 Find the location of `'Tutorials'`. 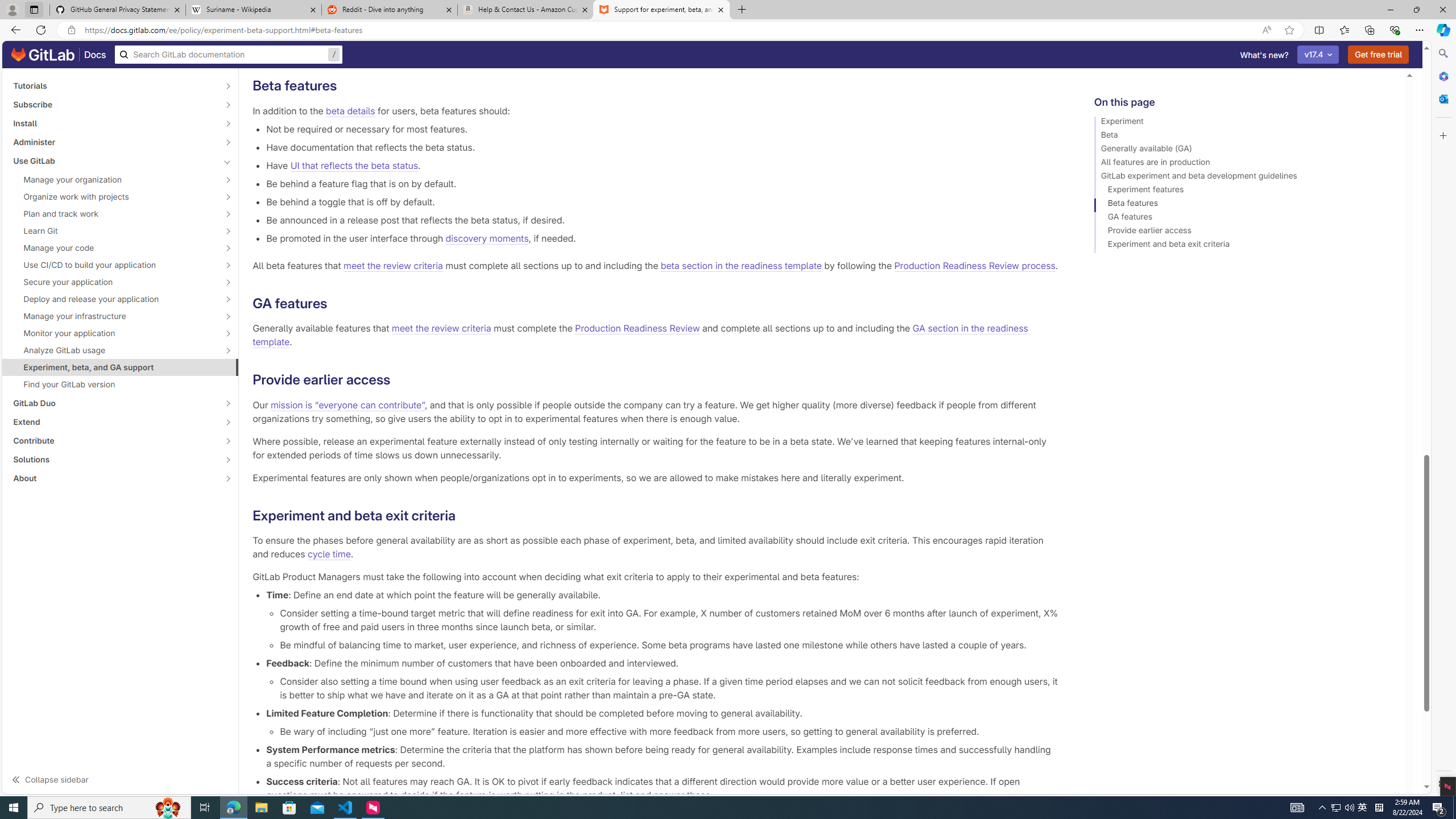

'Tutorials' is located at coordinates (113, 85).